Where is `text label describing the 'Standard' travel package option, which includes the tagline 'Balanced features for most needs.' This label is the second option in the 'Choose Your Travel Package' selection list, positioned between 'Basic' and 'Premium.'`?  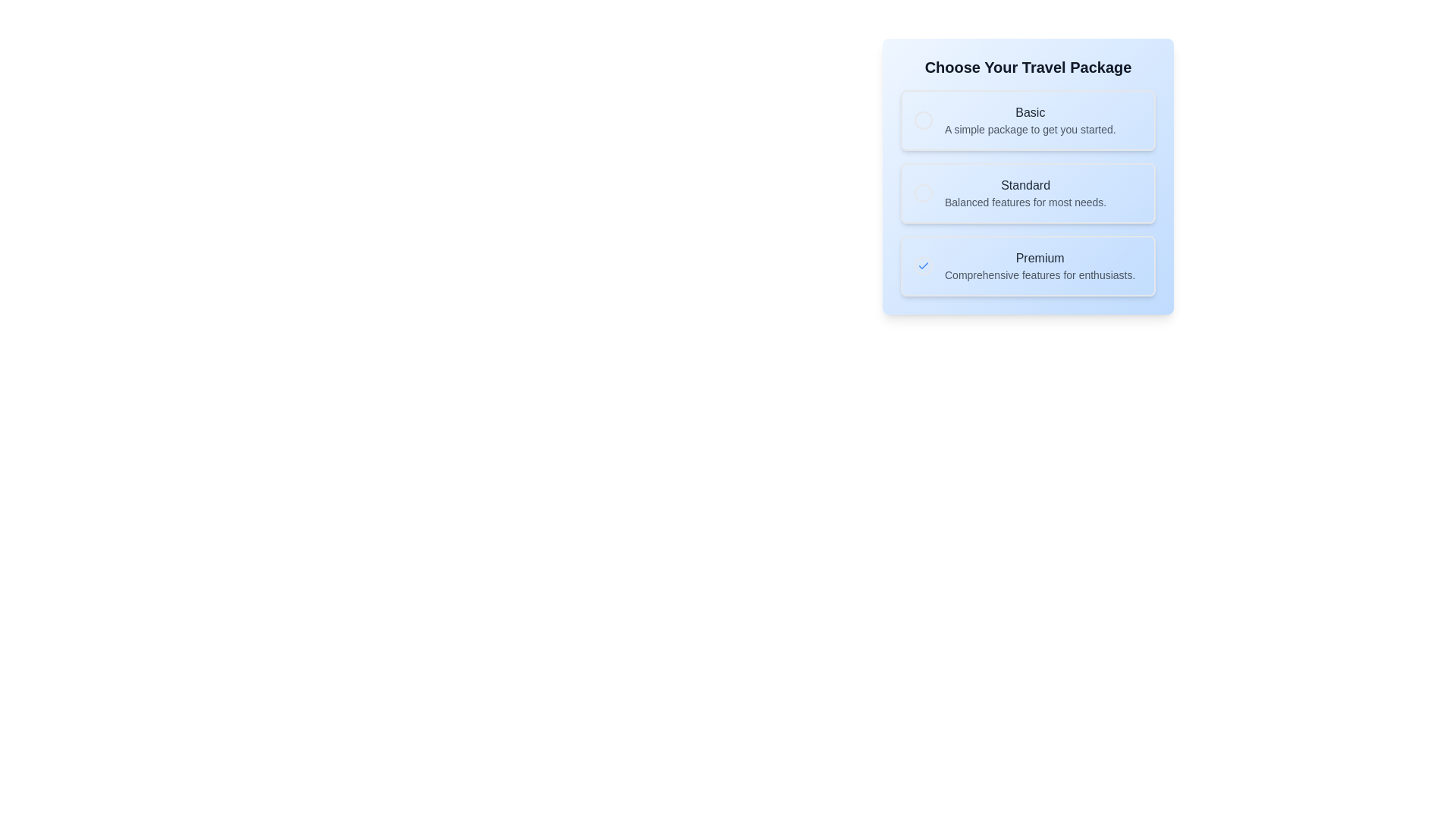
text label describing the 'Standard' travel package option, which includes the tagline 'Balanced features for most needs.' This label is the second option in the 'Choose Your Travel Package' selection list, positioned between 'Basic' and 'Premium.' is located at coordinates (1025, 192).